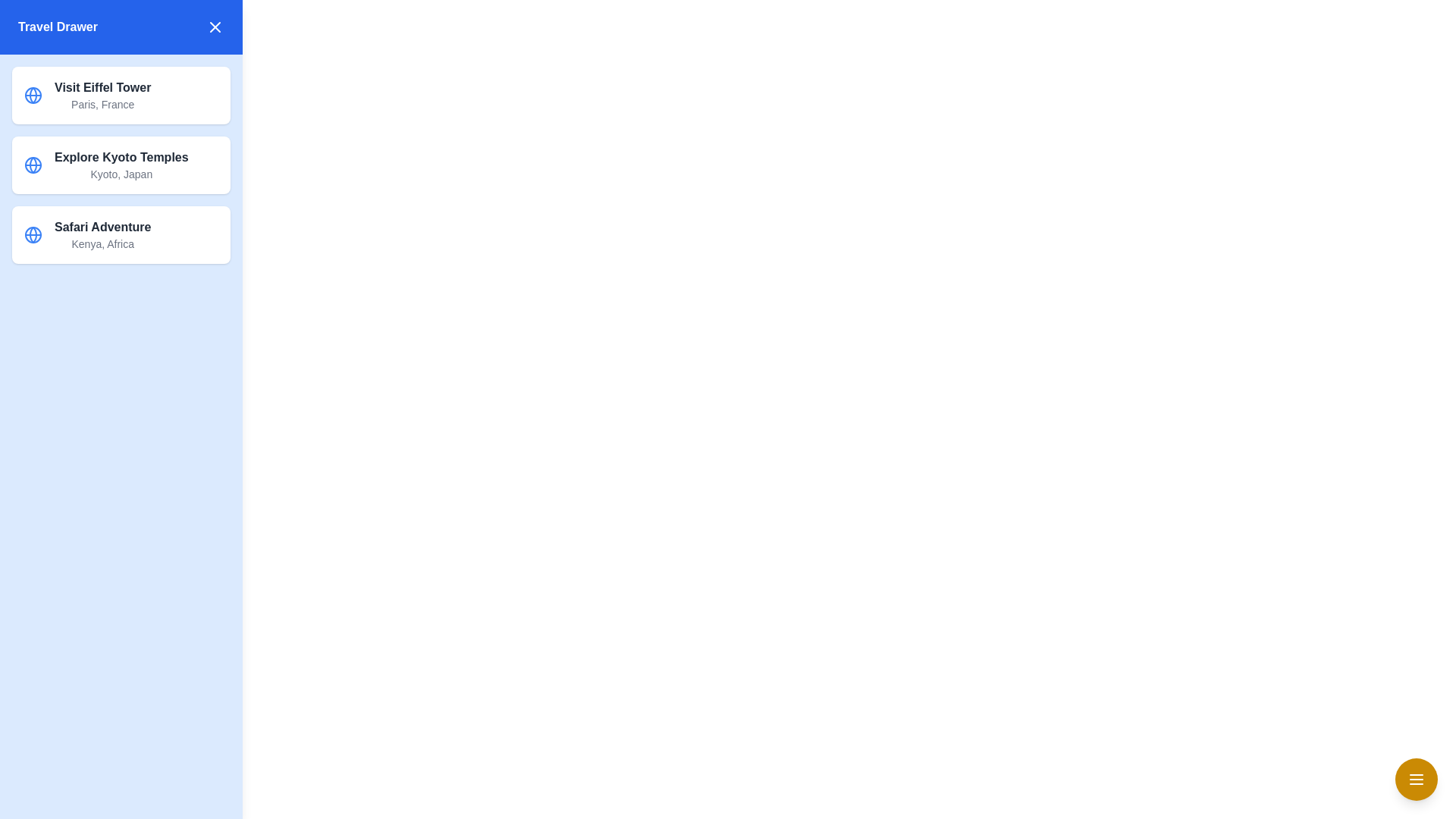 This screenshot has width=1456, height=819. I want to click on text label displaying 'Kenya, Africa', which is aligned beneath the 'Safari Adventure' header in the vertically stacked list of options, so click(102, 243).